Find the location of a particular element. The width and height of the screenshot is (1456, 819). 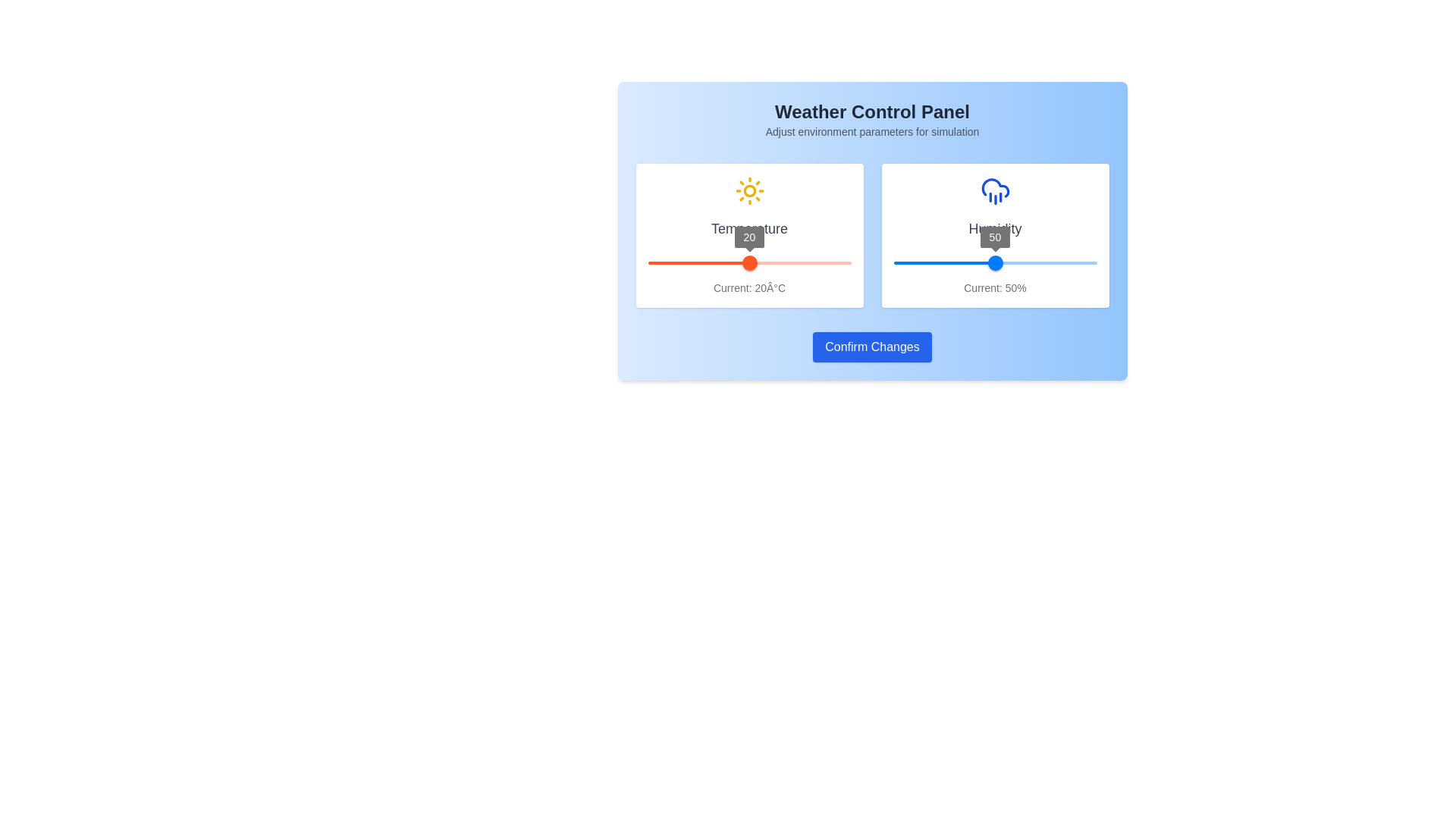

the small rectangular label displaying the number '20' in white text, which is situated above the red circular slider knob in the Temperature control interface of the Weather Control Panel is located at coordinates (749, 237).